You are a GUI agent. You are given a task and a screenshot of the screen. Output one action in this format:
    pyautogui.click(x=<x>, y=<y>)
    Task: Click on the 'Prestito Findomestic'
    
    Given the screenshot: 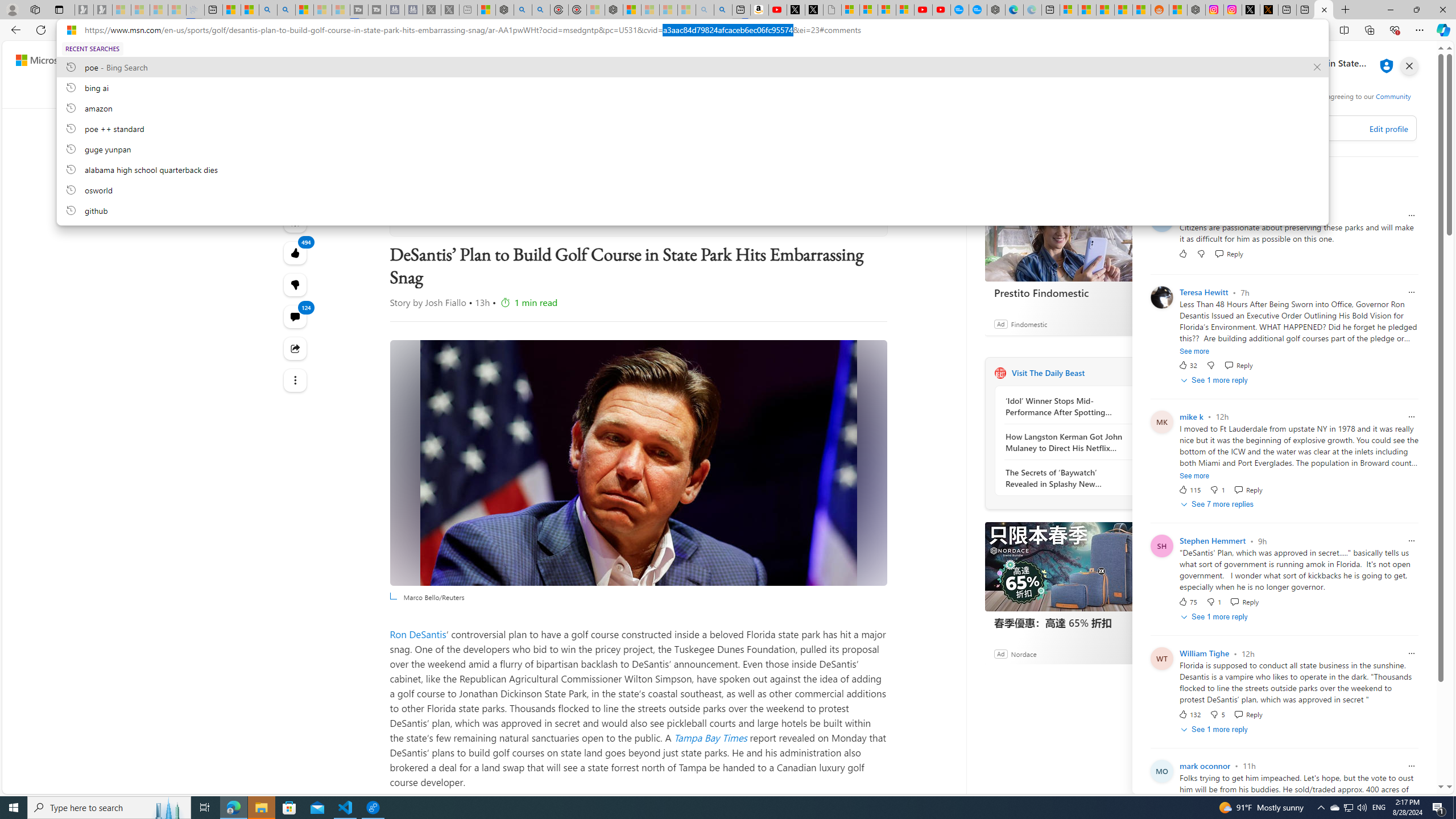 What is the action you would take?
    pyautogui.click(x=1069, y=292)
    